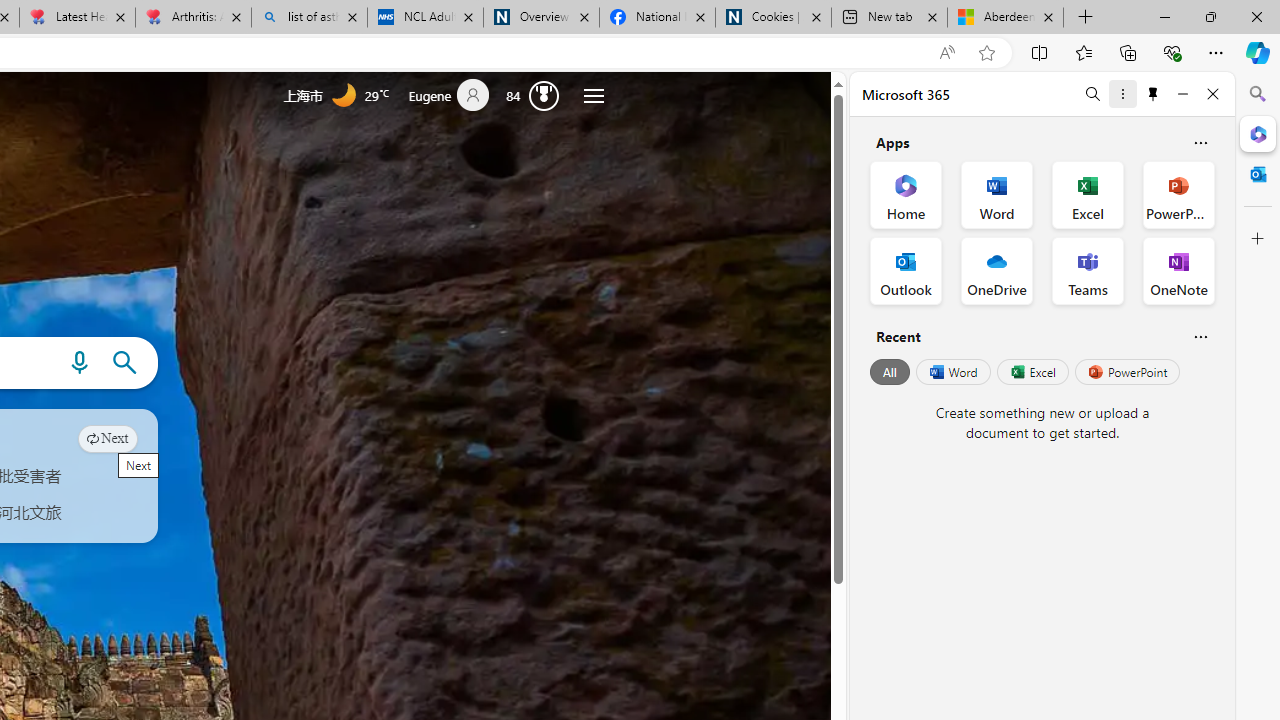 This screenshot has width=1280, height=720. Describe the element at coordinates (1006, 17) in the screenshot. I see `'Aberdeen, Hong Kong SAR hourly forecast | Microsoft Weather'` at that location.